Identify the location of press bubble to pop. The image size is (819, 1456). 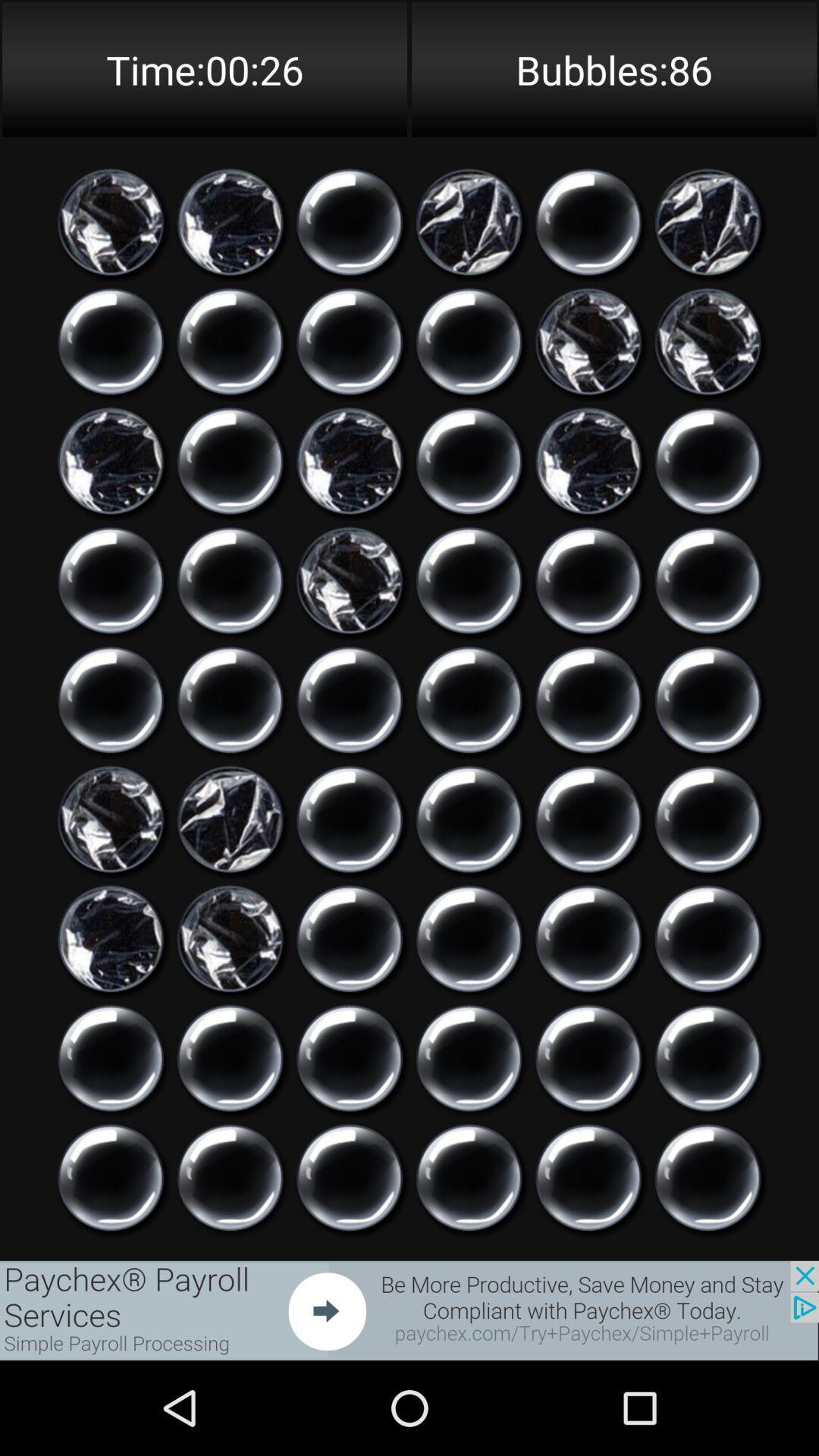
(588, 818).